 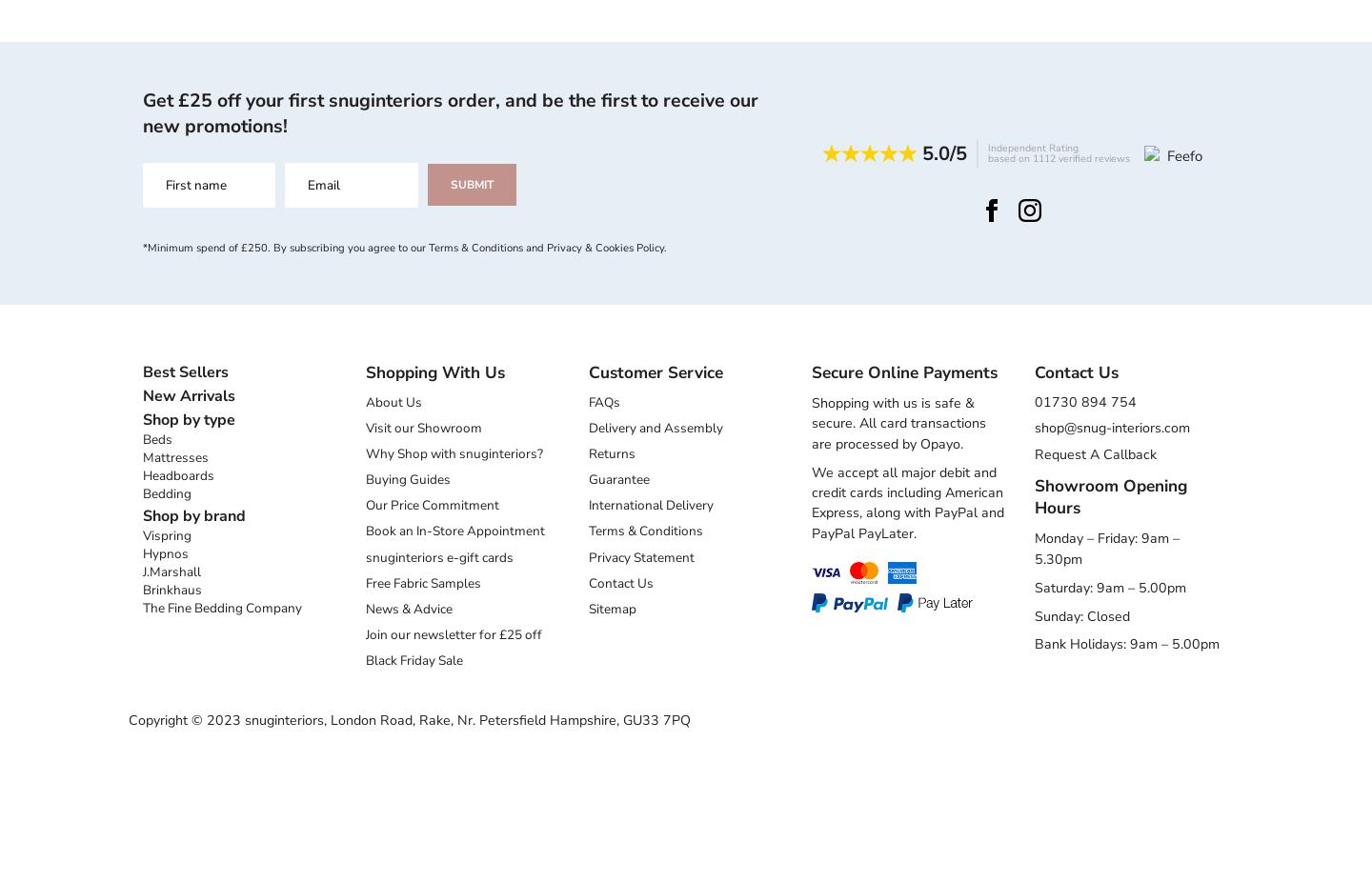 What do you see at coordinates (1034, 453) in the screenshot?
I see `'Request A Callback'` at bounding box center [1034, 453].